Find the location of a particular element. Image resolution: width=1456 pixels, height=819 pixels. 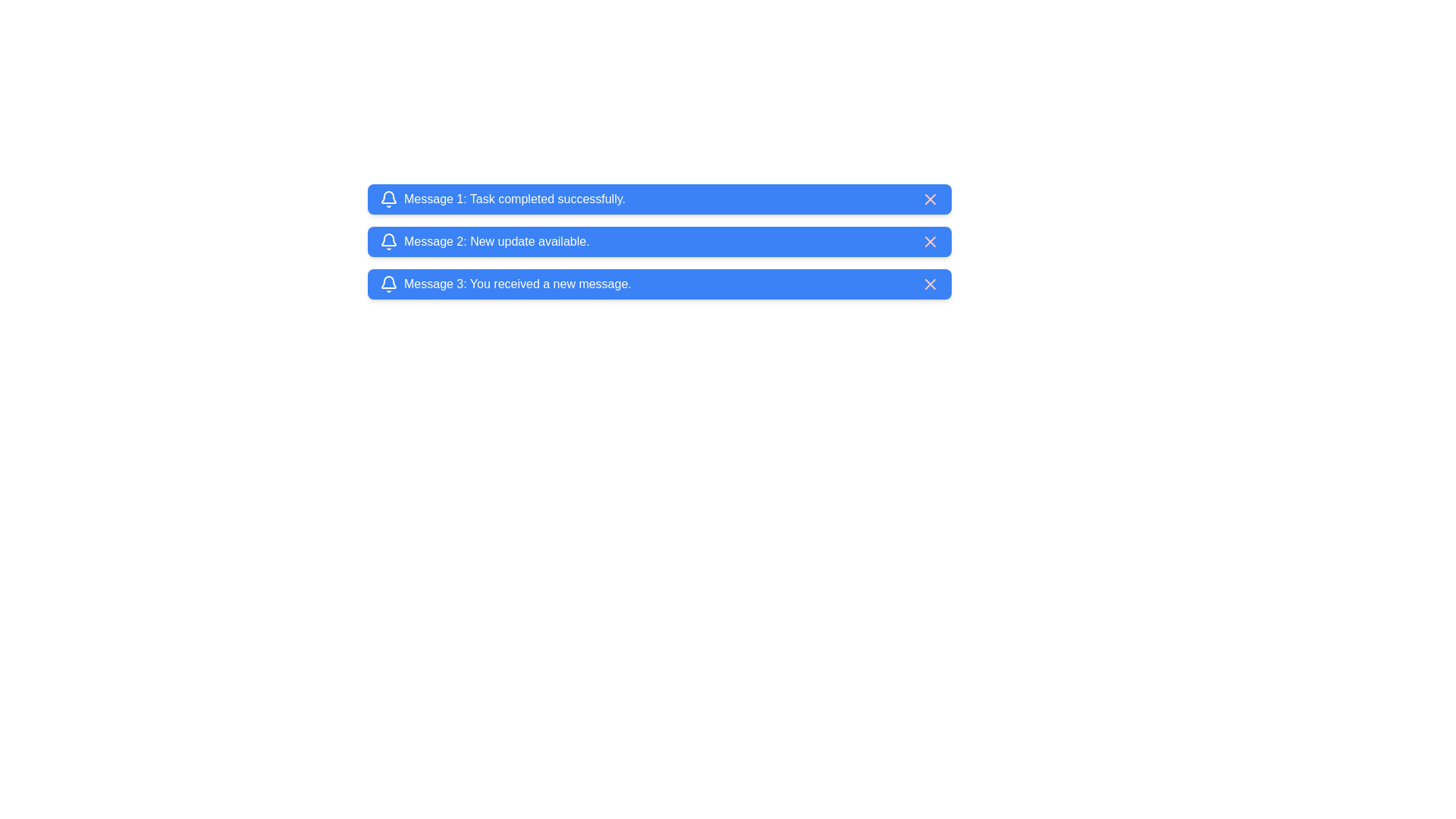

the non-interactive icon representing a notification or alert, located within the last notification message box adjacent to the message text 'Message 3: You received a new message.' is located at coordinates (389, 282).